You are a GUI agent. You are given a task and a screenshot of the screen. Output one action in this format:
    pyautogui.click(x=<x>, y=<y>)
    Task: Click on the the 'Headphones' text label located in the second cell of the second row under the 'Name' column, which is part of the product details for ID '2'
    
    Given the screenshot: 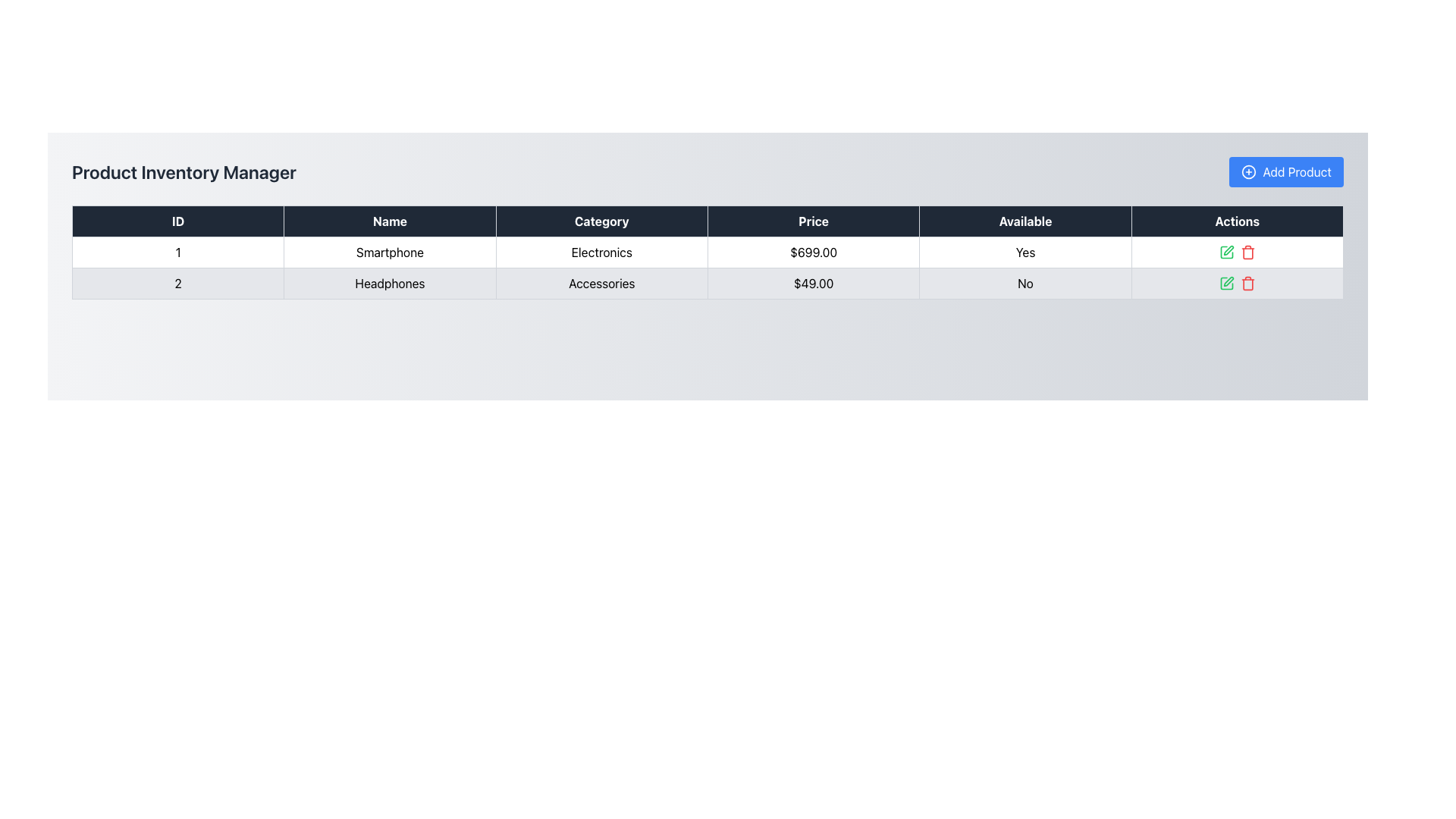 What is the action you would take?
    pyautogui.click(x=390, y=284)
    